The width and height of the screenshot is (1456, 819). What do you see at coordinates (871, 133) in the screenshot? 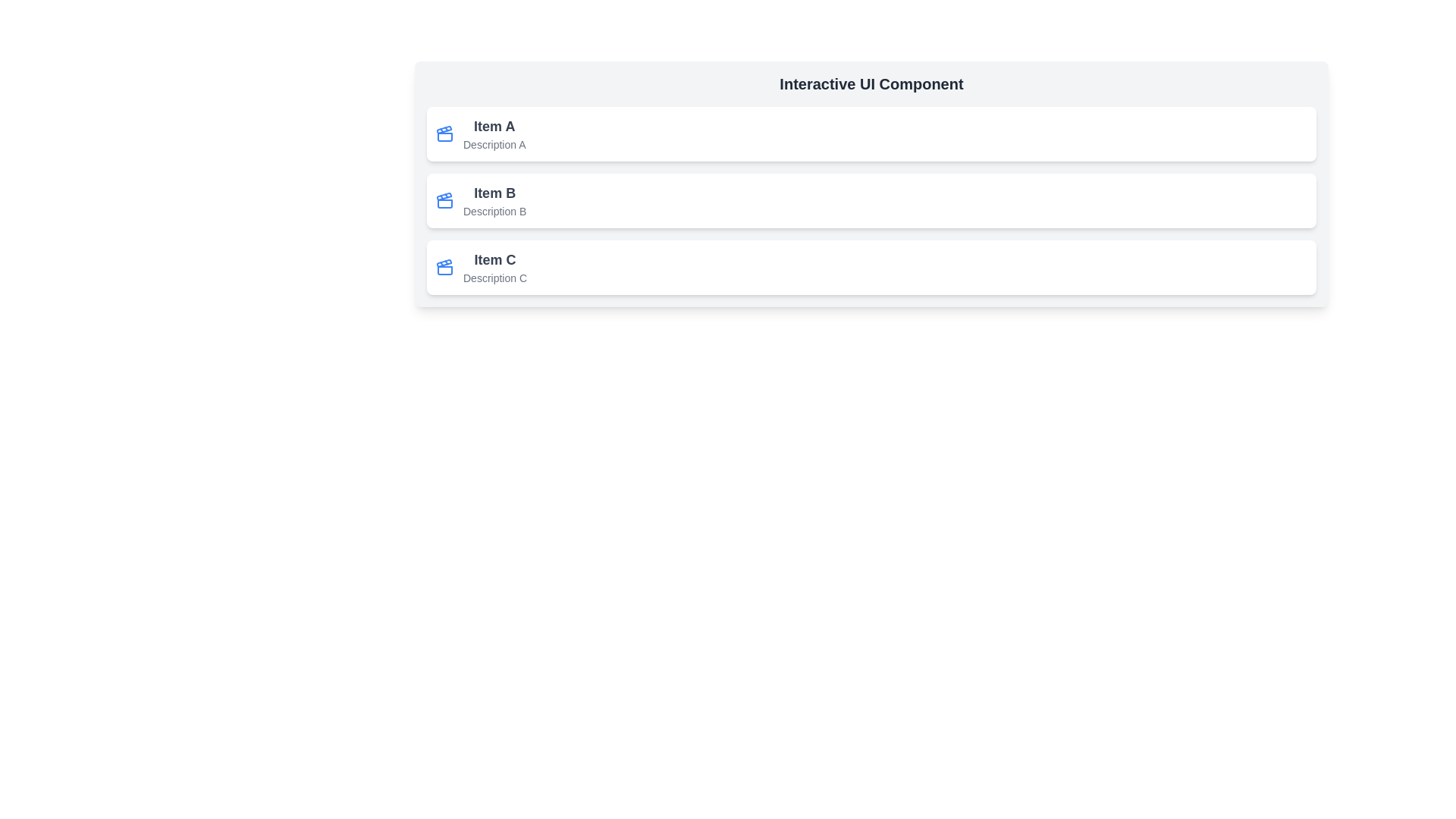
I see `the first item in the vertical list of three similar elements, which serves as an entry in a list with a name and a brief description` at bounding box center [871, 133].